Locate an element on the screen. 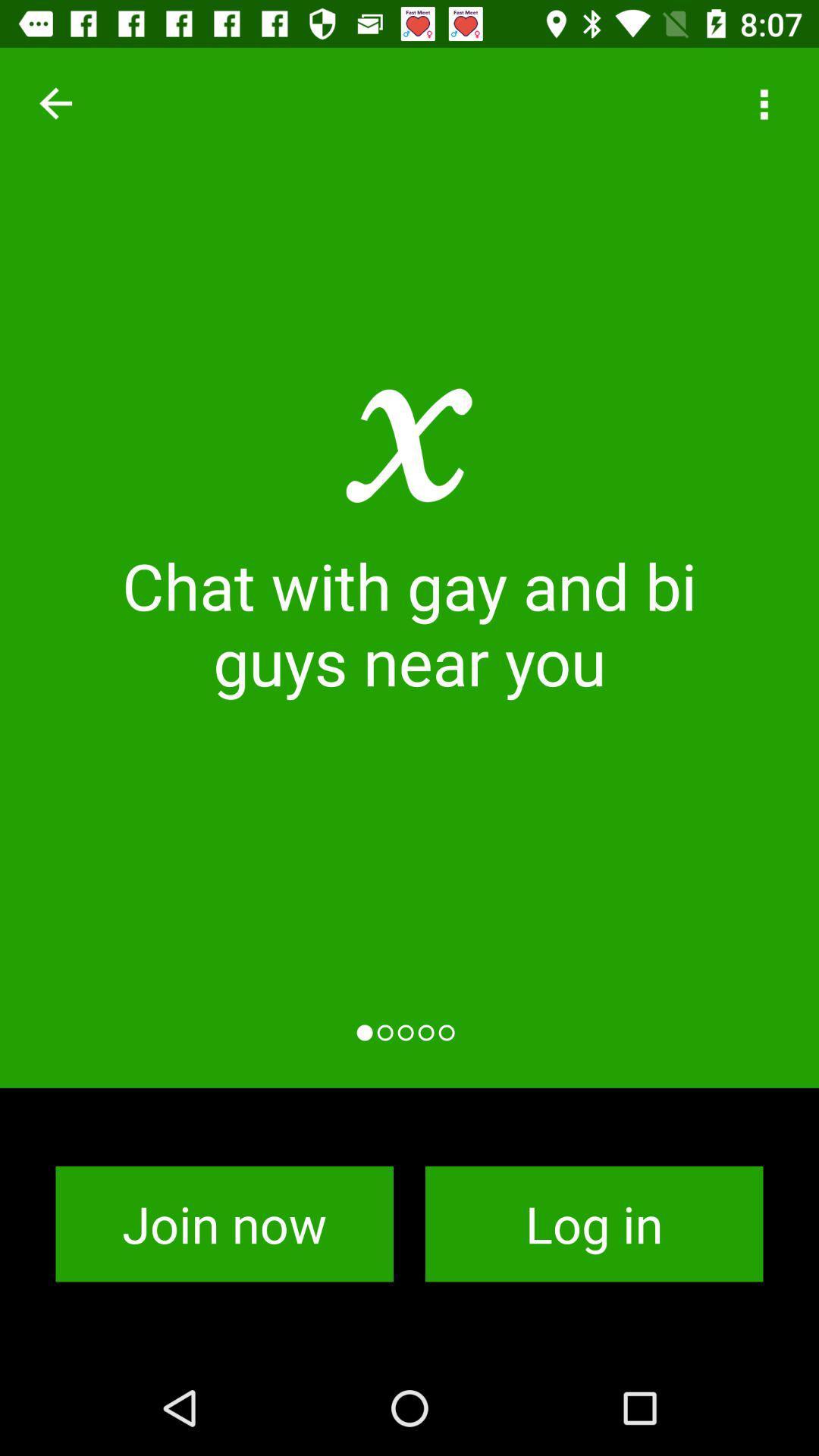  item at the top left corner is located at coordinates (55, 102).